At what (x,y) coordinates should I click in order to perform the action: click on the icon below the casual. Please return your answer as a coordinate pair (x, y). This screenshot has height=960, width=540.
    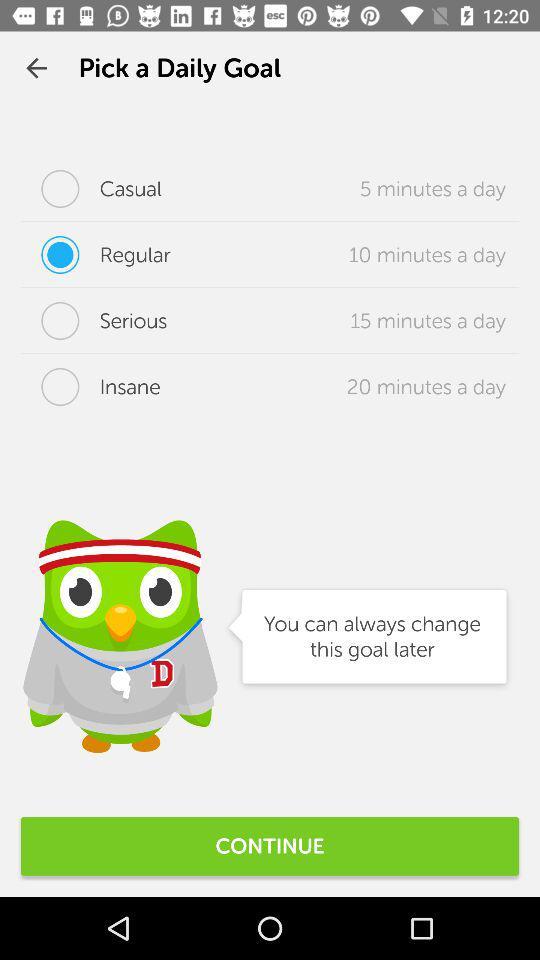
    Looking at the image, I should click on (94, 253).